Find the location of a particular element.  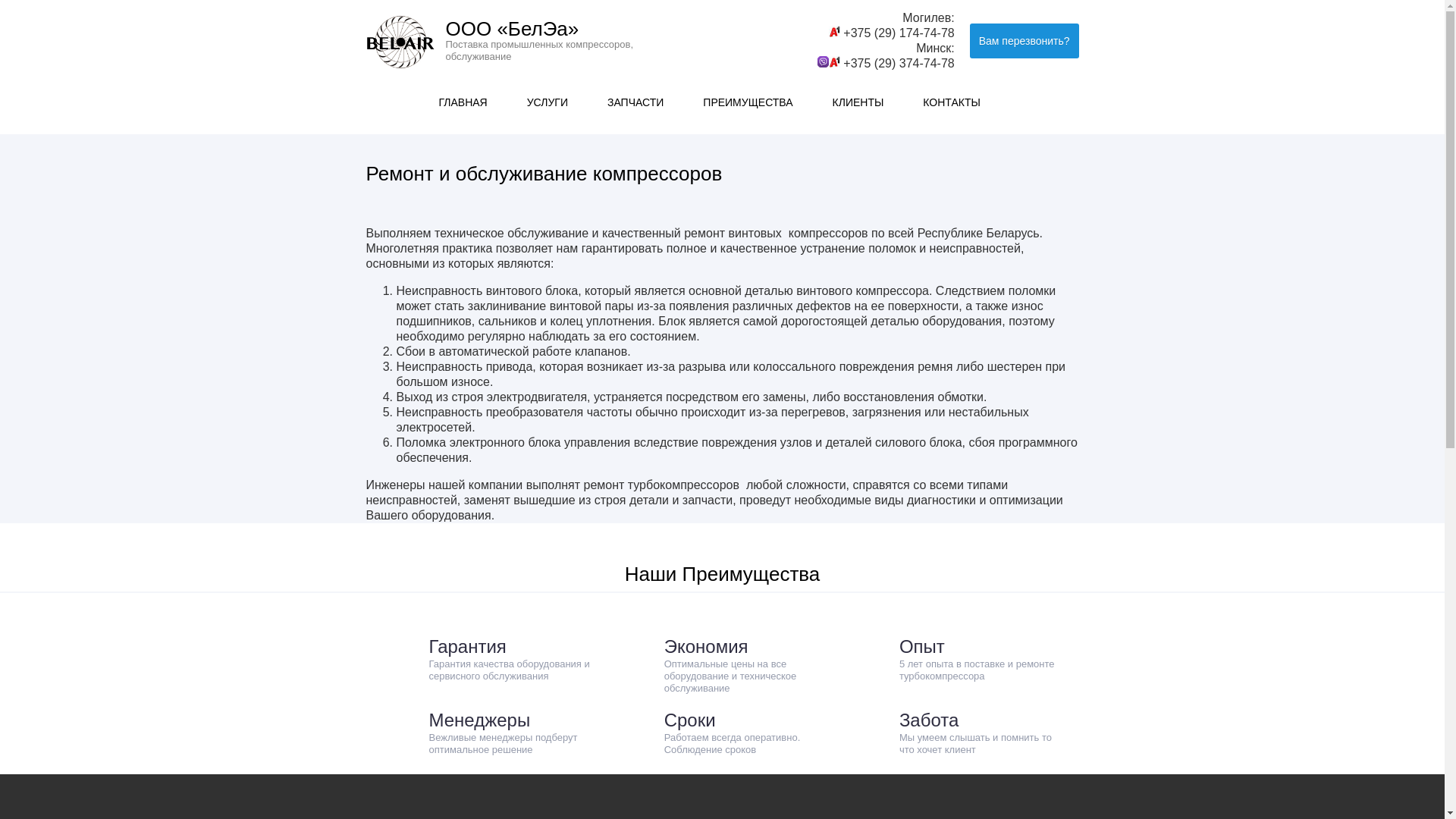

'+375 (29) 374-74-78' is located at coordinates (899, 62).